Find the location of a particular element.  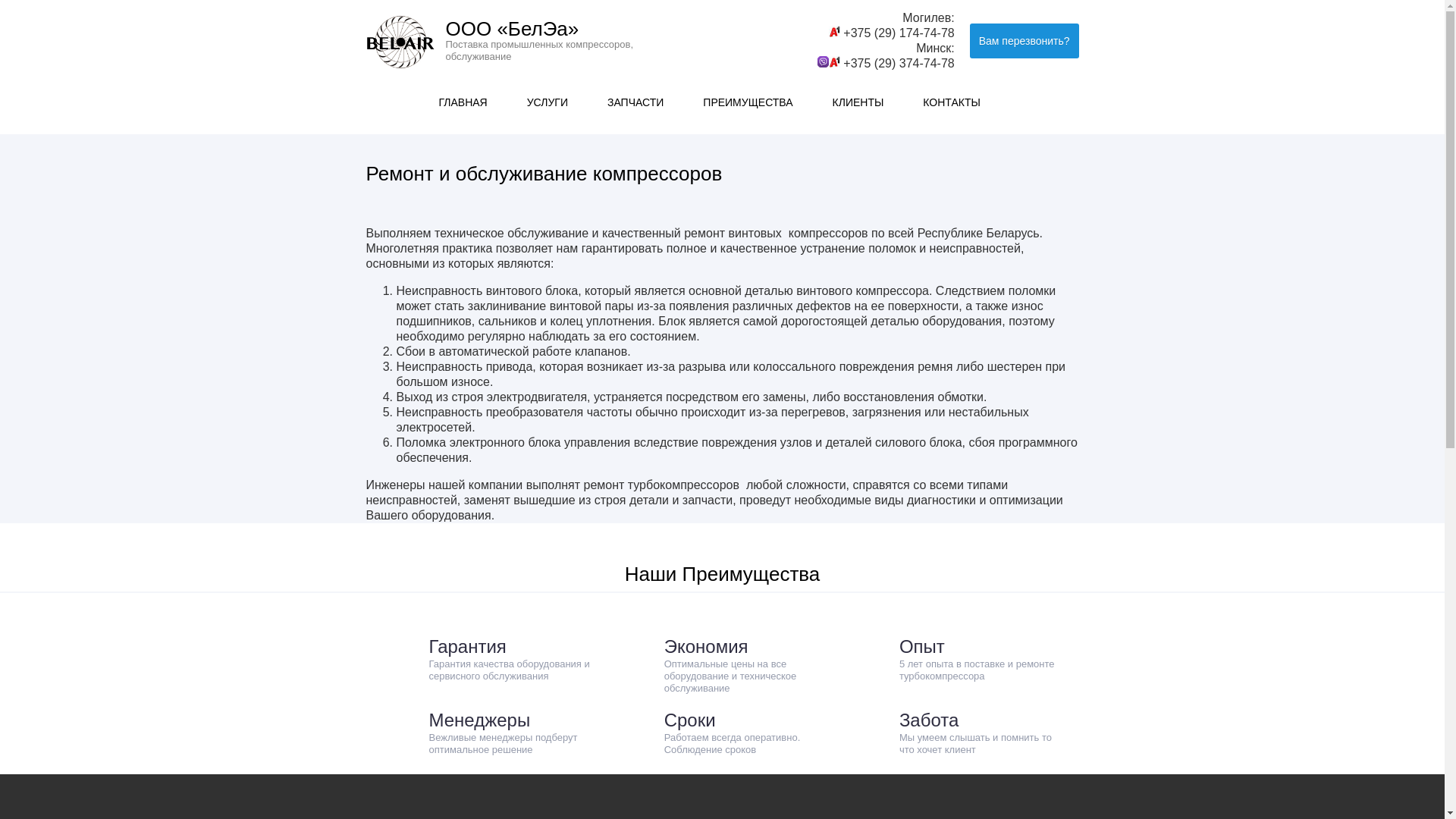

'+375 (29) 374-74-78' is located at coordinates (899, 62).